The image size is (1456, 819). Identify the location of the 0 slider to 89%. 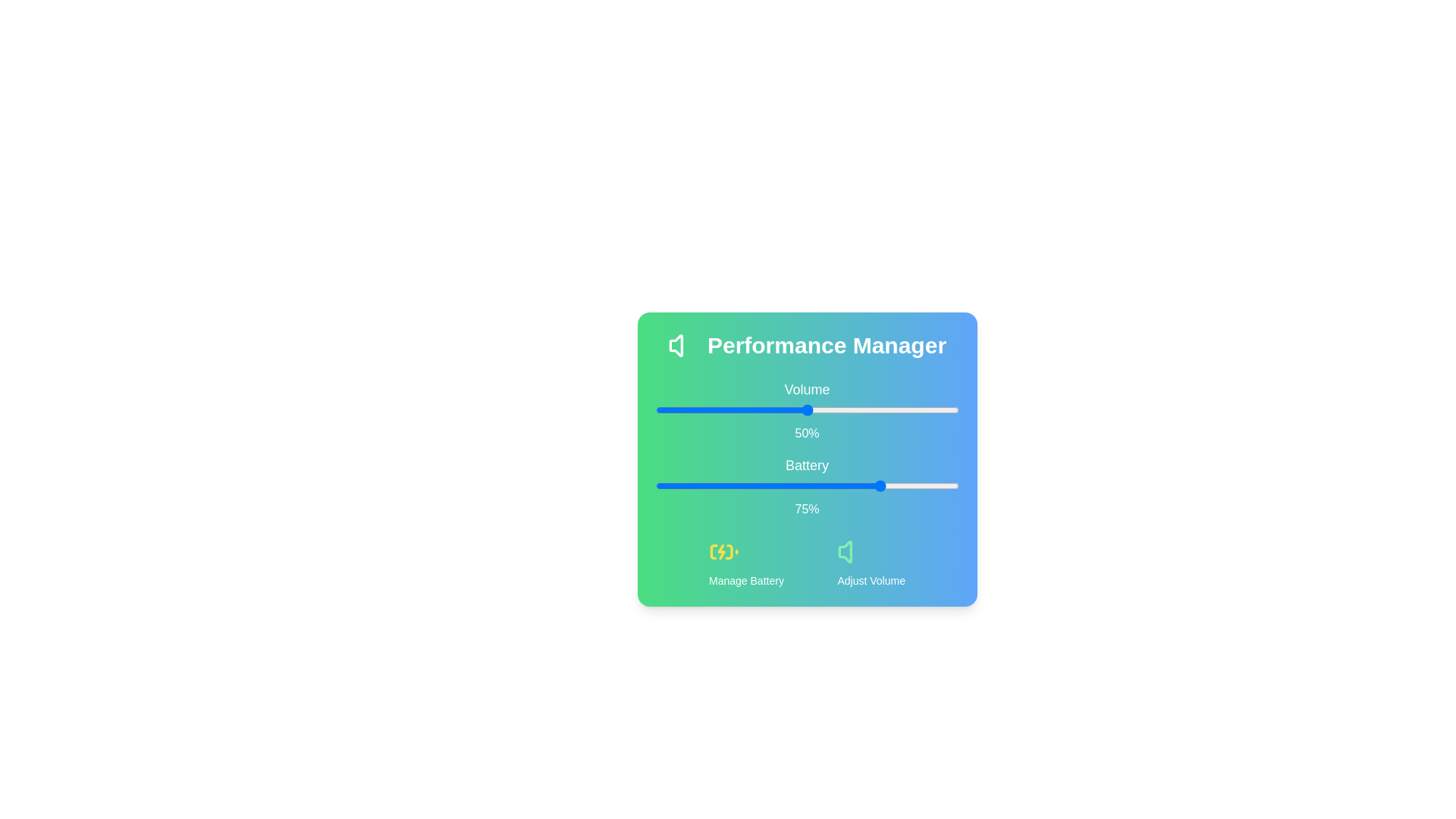
(924, 409).